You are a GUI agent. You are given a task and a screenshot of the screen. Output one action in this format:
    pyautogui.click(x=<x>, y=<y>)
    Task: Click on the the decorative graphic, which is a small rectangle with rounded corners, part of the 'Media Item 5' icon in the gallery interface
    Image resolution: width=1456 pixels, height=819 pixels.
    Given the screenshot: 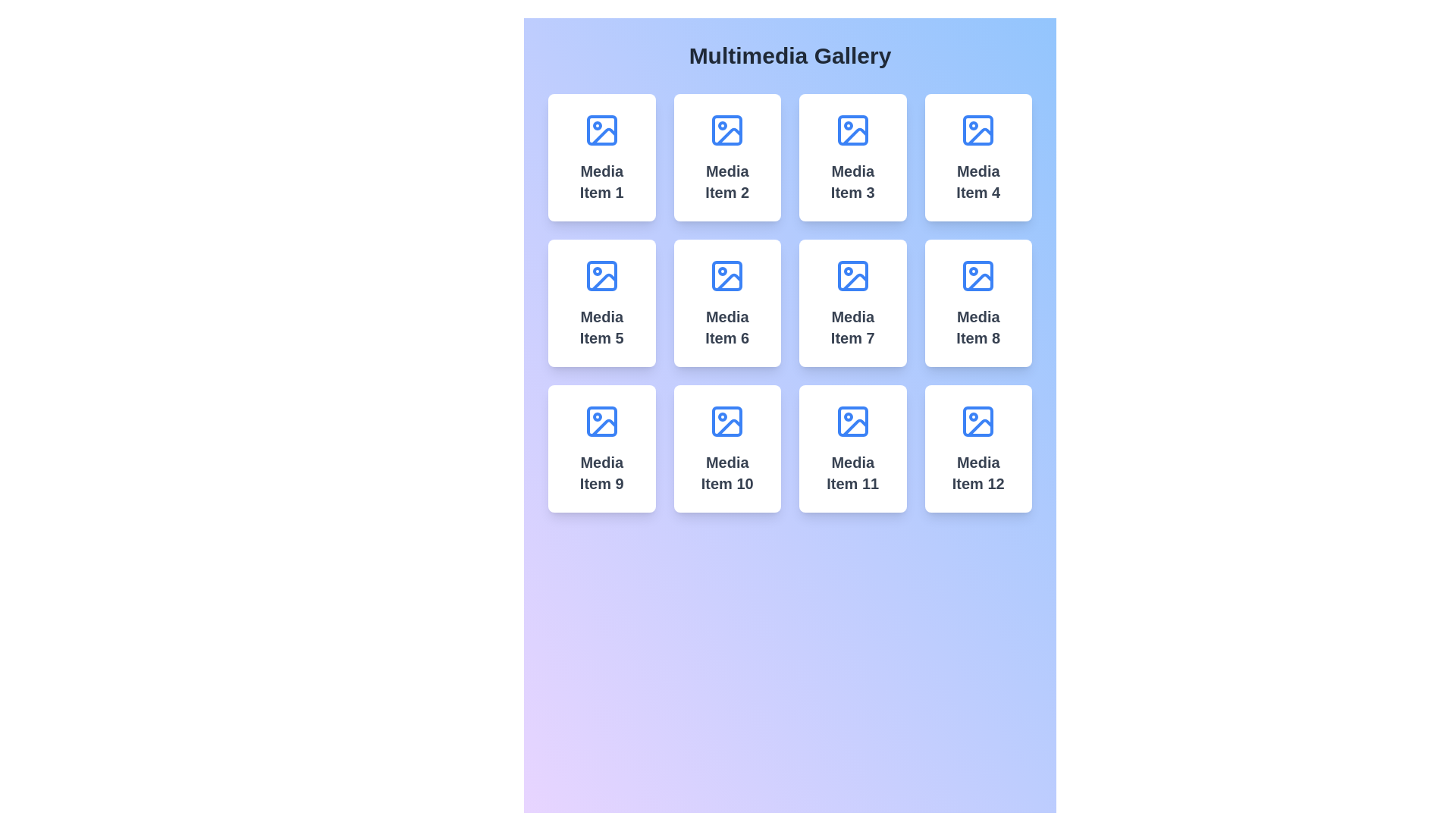 What is the action you would take?
    pyautogui.click(x=601, y=275)
    